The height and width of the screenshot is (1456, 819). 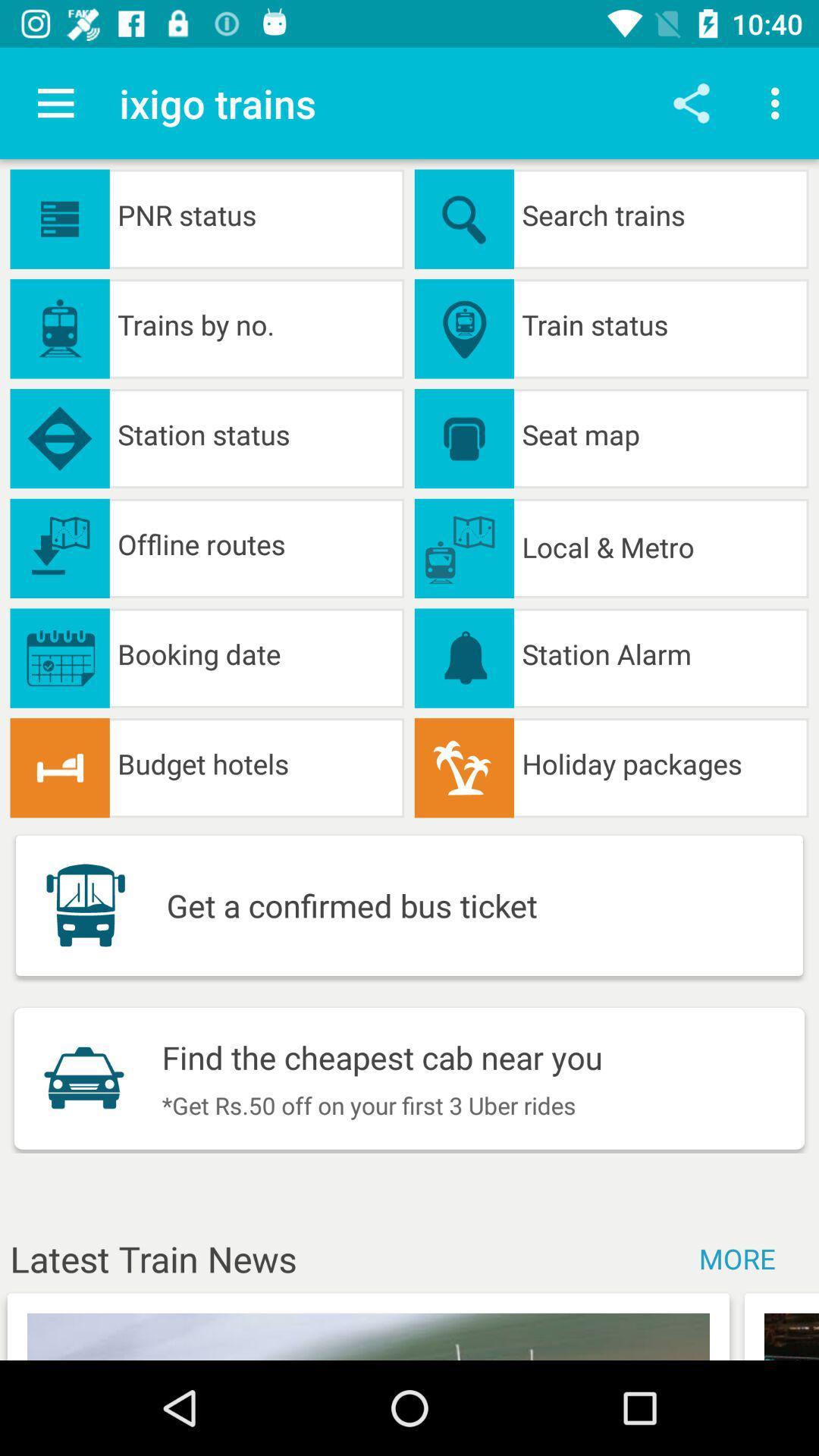 What do you see at coordinates (55, 102) in the screenshot?
I see `the item next to the ixigo trains icon` at bounding box center [55, 102].